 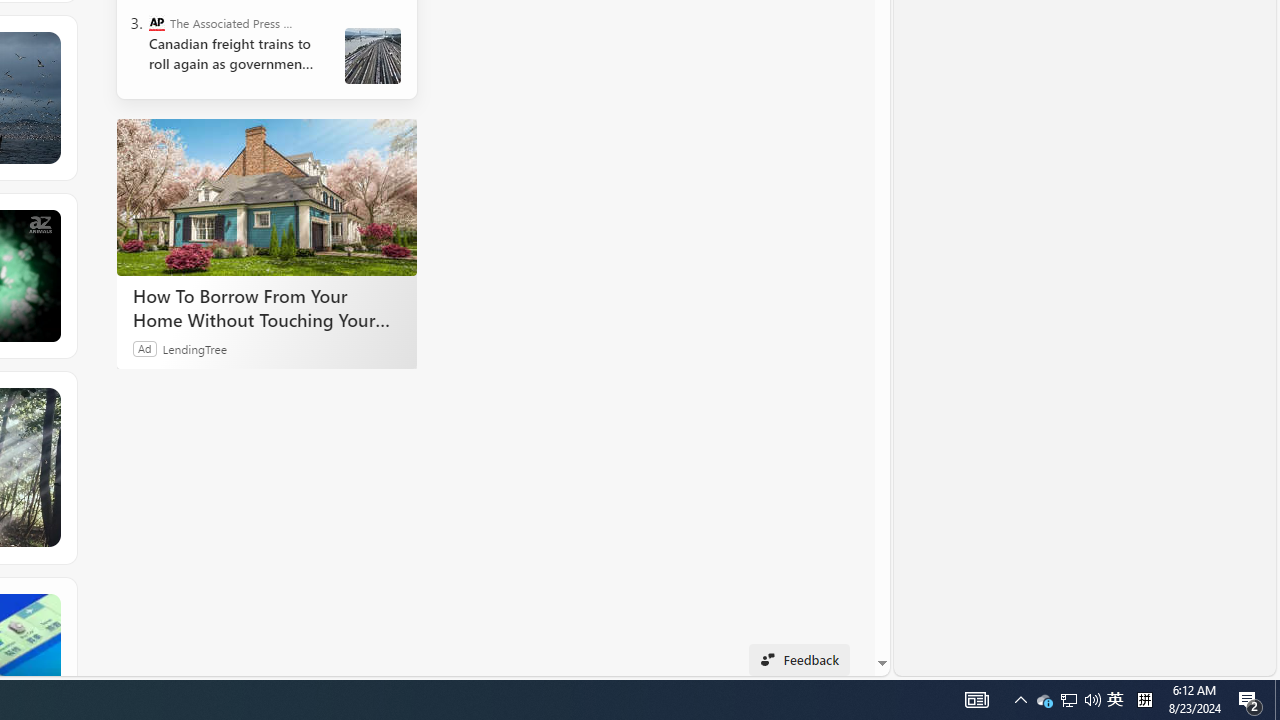 What do you see at coordinates (373, 55) in the screenshot?
I see `' Canada Railroads Unions'` at bounding box center [373, 55].